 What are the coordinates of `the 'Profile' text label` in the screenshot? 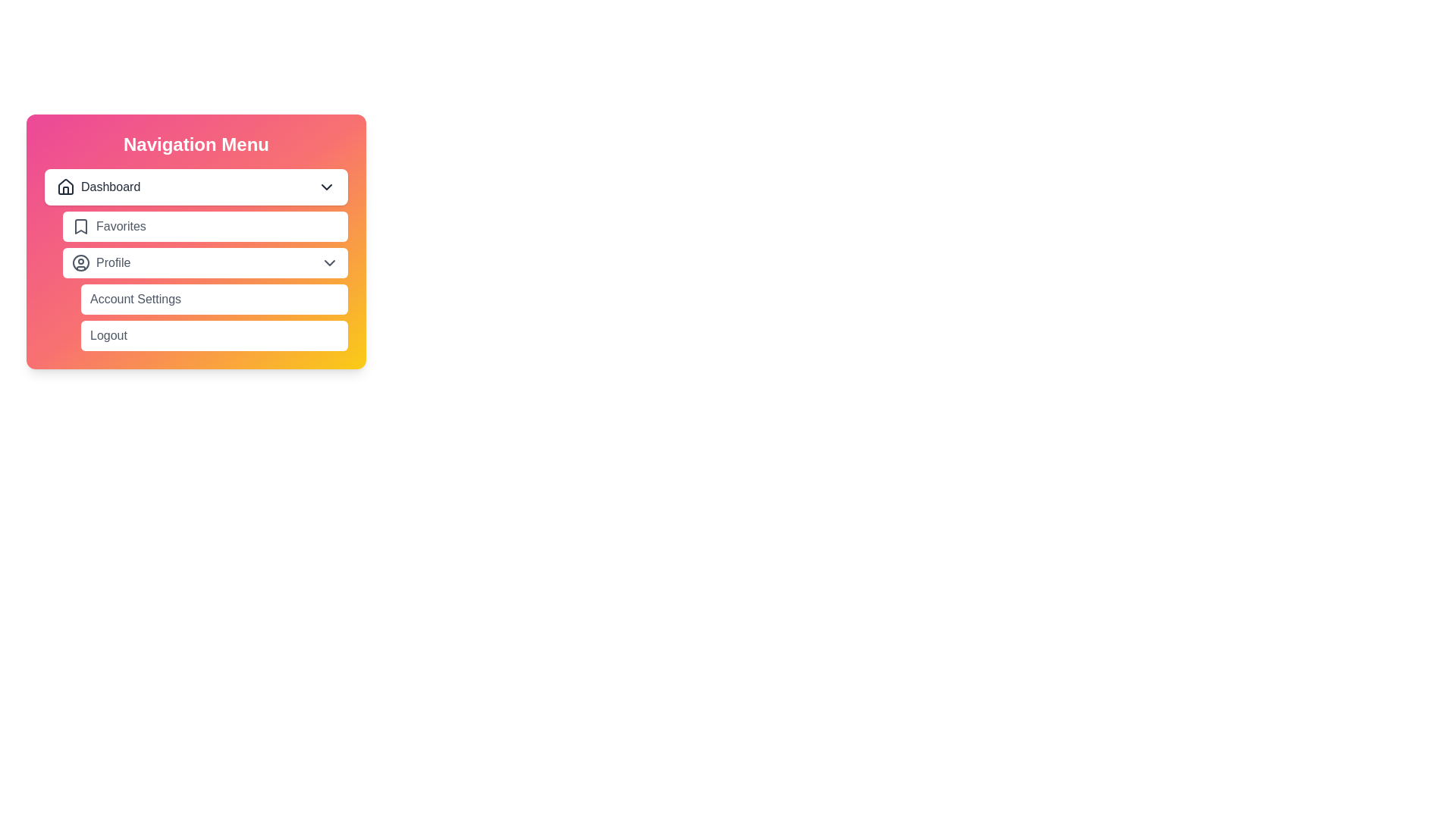 It's located at (100, 262).